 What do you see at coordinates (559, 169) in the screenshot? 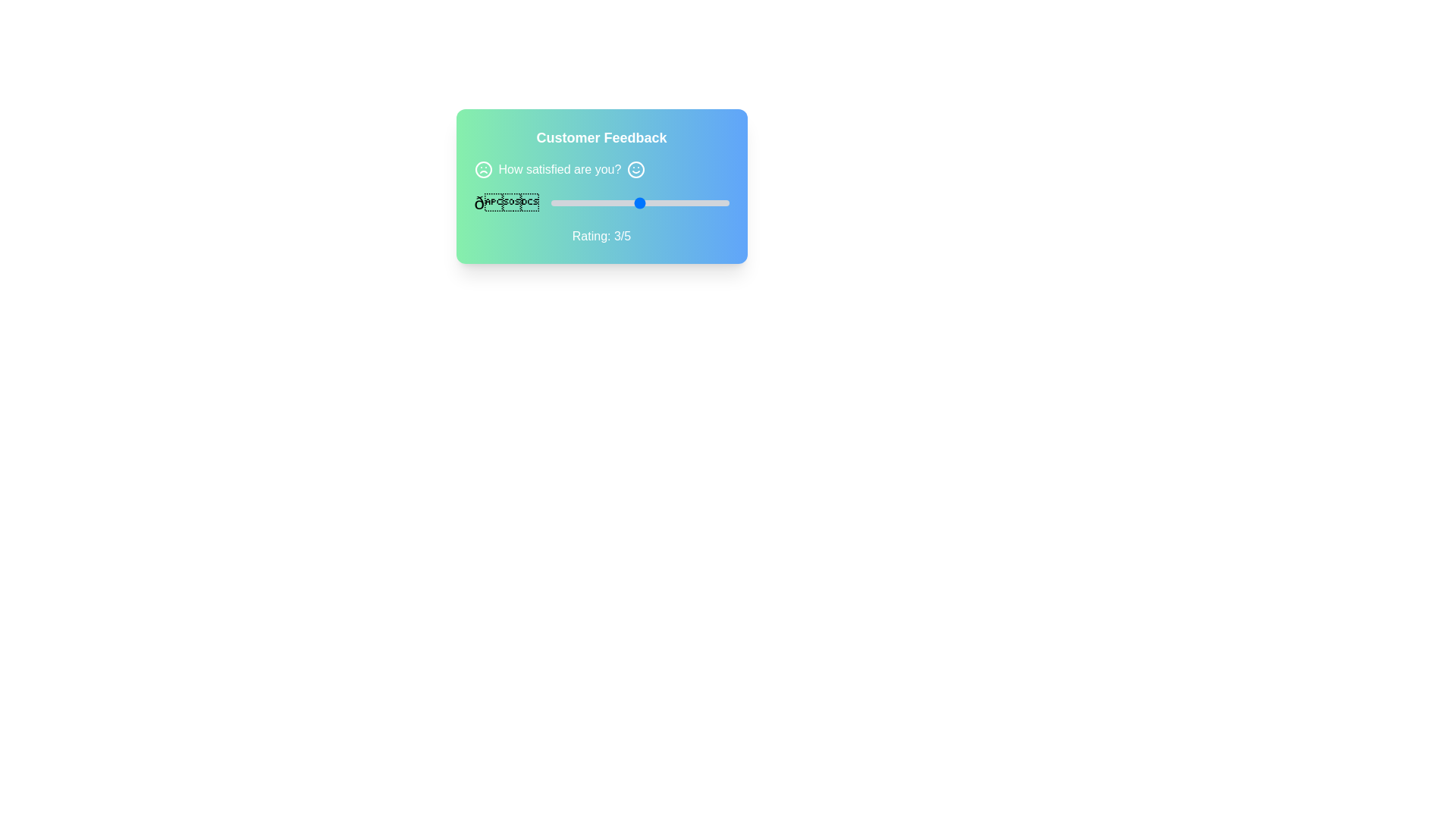
I see `text label that says 'How satisfied are you?' which is styled in white font and centrally located within a feedback card layout` at bounding box center [559, 169].